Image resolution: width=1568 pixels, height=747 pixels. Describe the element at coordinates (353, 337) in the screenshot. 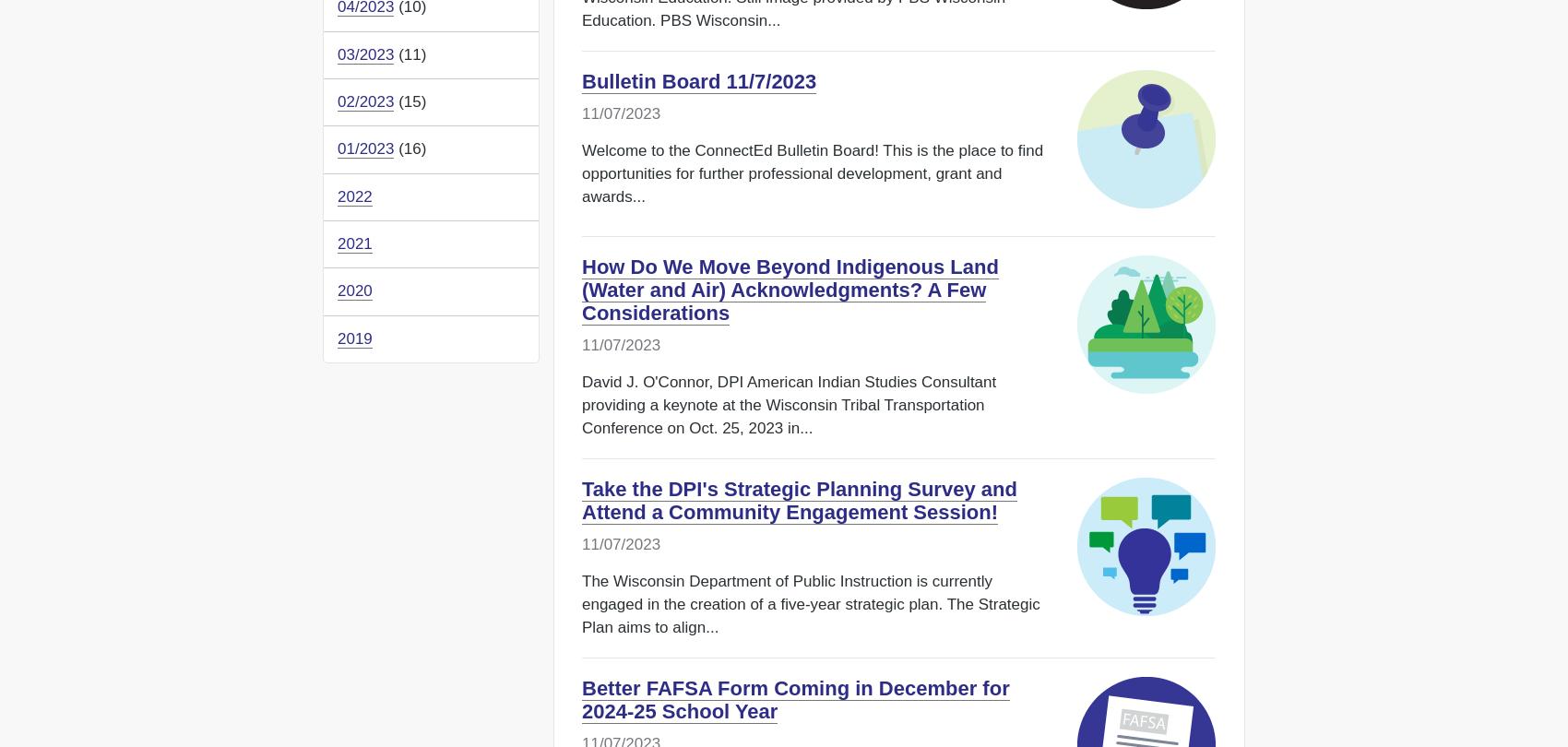

I see `'2019'` at that location.